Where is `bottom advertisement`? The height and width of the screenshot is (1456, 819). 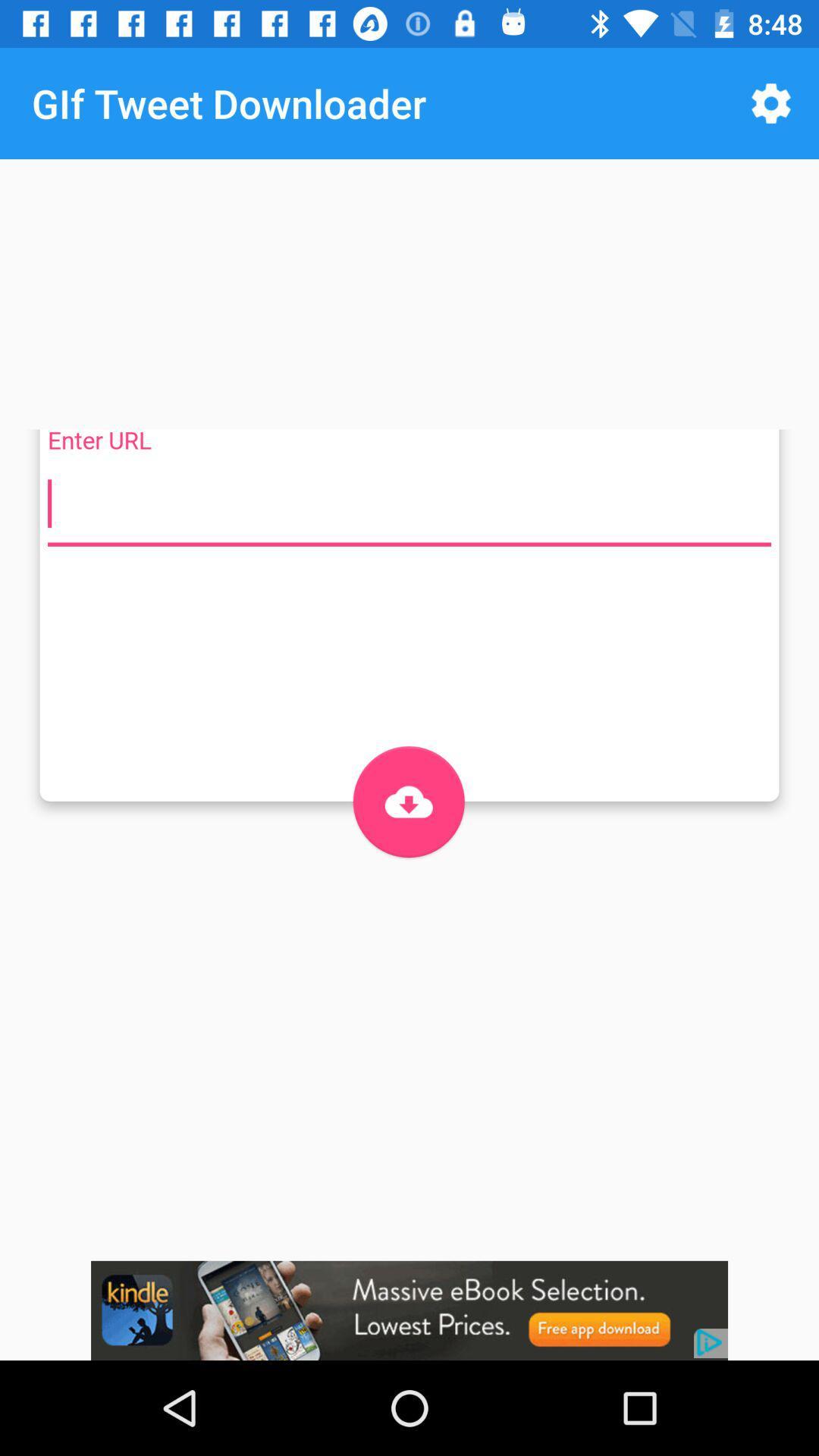 bottom advertisement is located at coordinates (409, 1310).